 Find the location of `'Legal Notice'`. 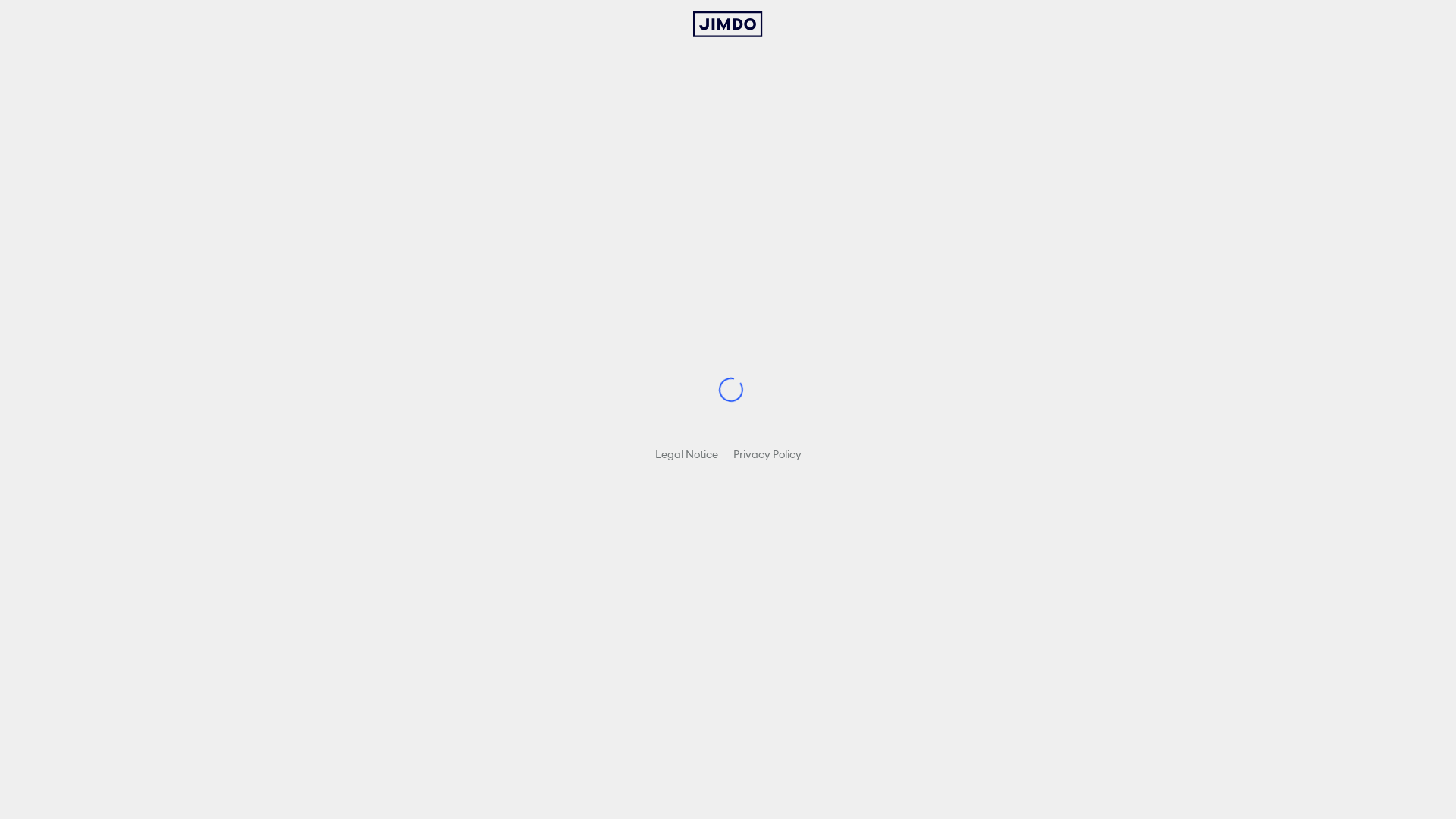

'Legal Notice' is located at coordinates (686, 453).